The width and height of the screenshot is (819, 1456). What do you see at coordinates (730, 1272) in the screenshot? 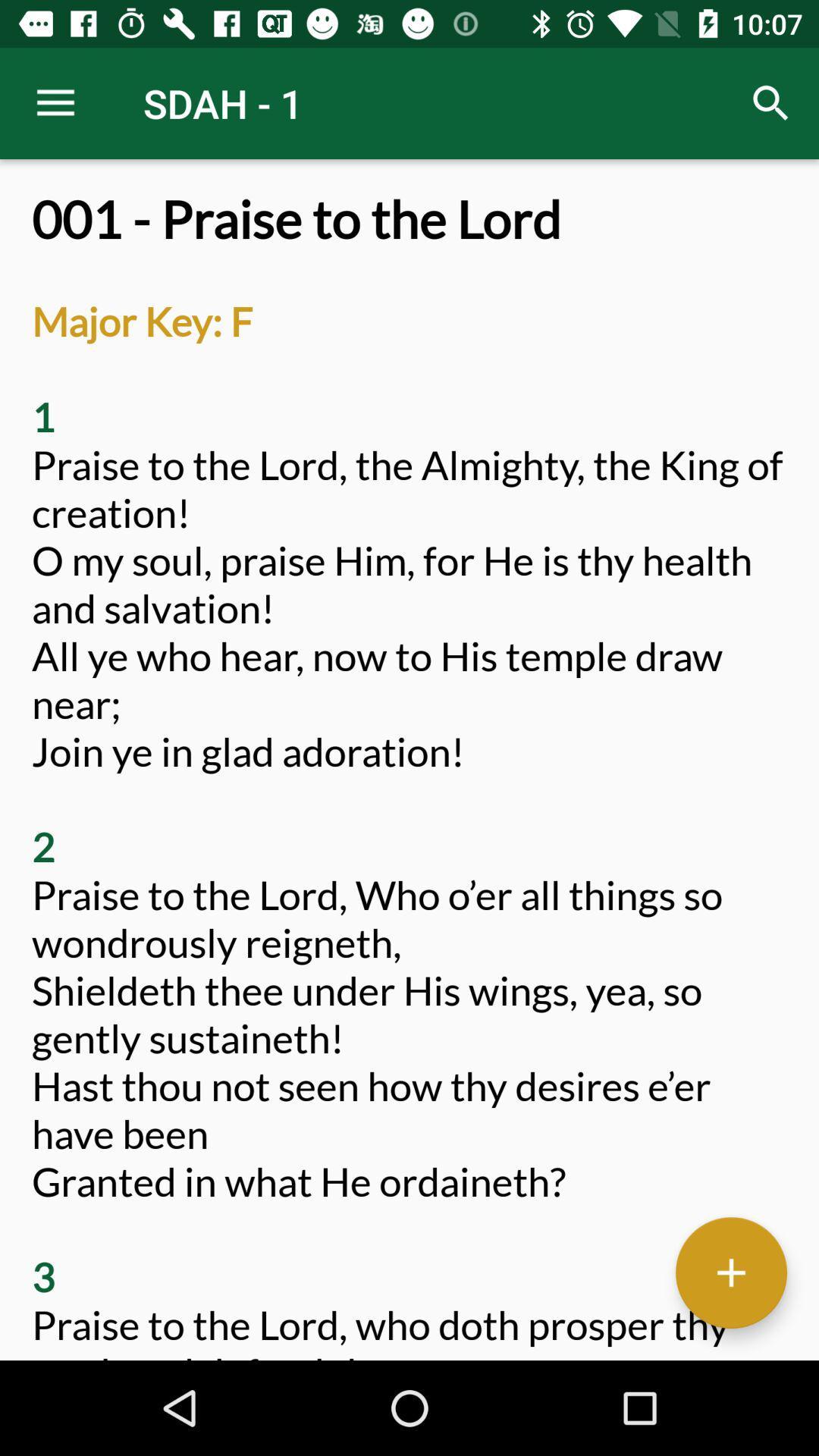
I see `button to add content` at bounding box center [730, 1272].